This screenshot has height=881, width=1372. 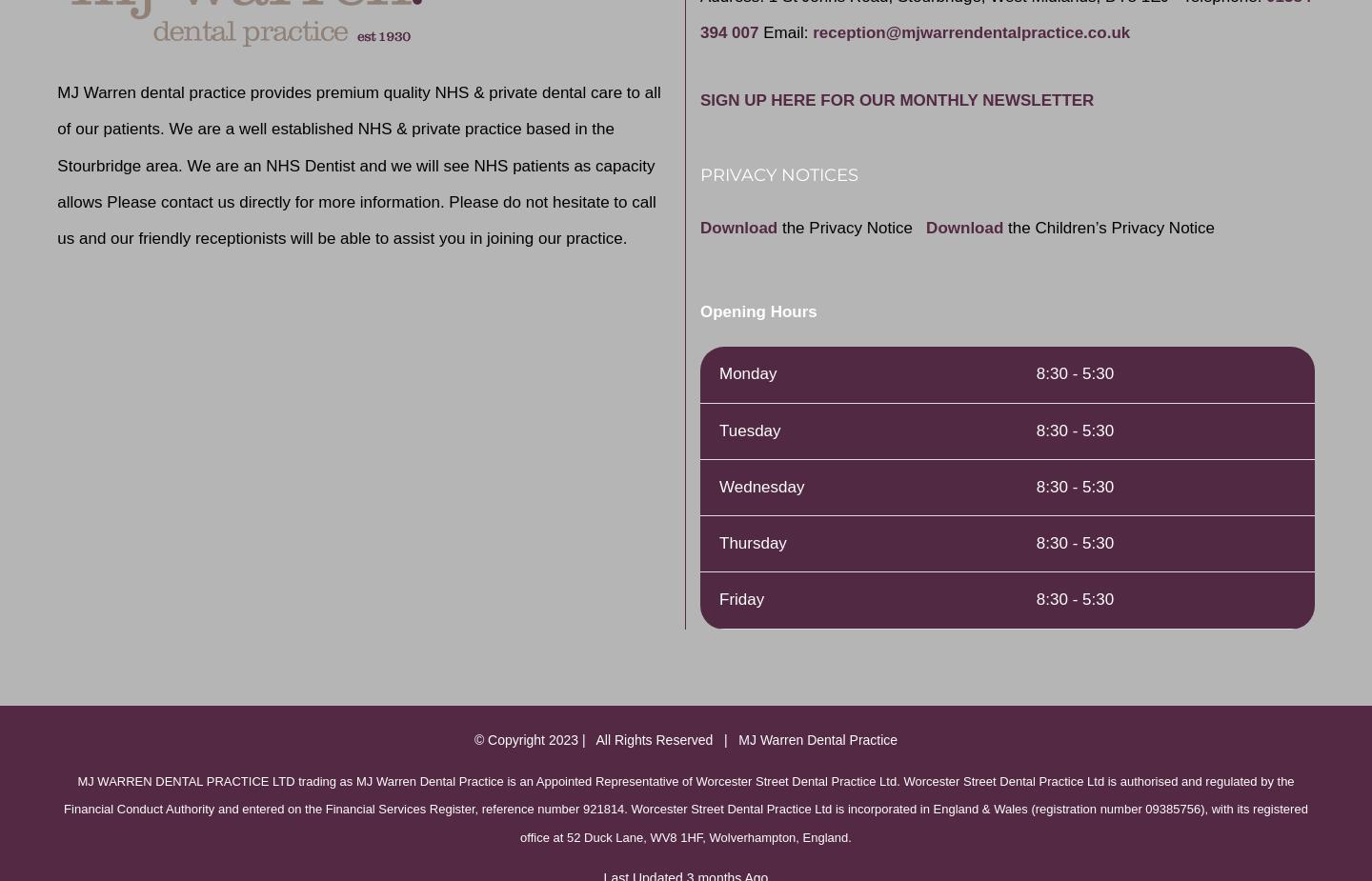 I want to click on ':', so click(x=807, y=31).